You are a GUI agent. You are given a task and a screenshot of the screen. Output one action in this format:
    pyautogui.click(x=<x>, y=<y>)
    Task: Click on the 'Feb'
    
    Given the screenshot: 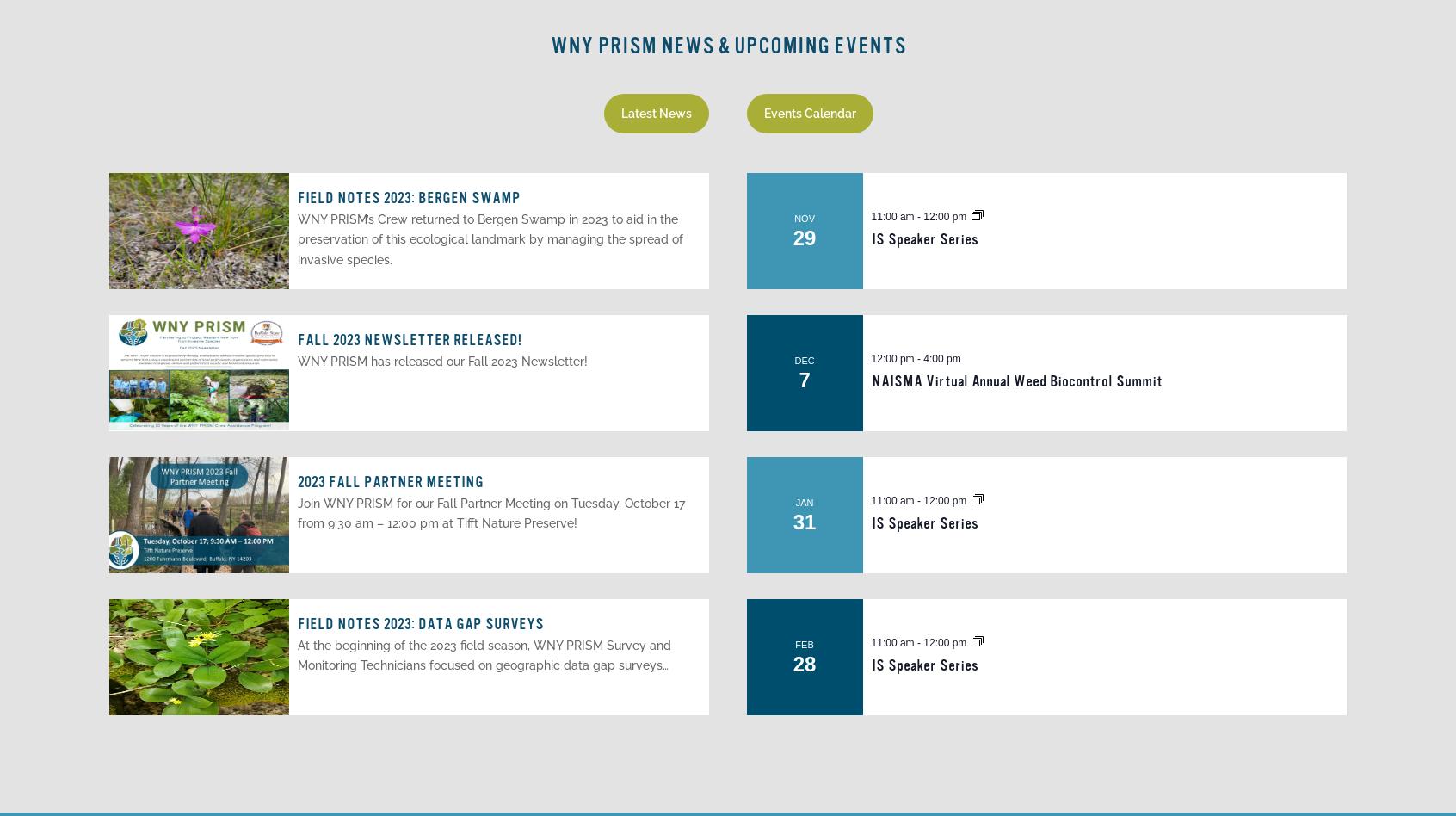 What is the action you would take?
    pyautogui.click(x=804, y=643)
    